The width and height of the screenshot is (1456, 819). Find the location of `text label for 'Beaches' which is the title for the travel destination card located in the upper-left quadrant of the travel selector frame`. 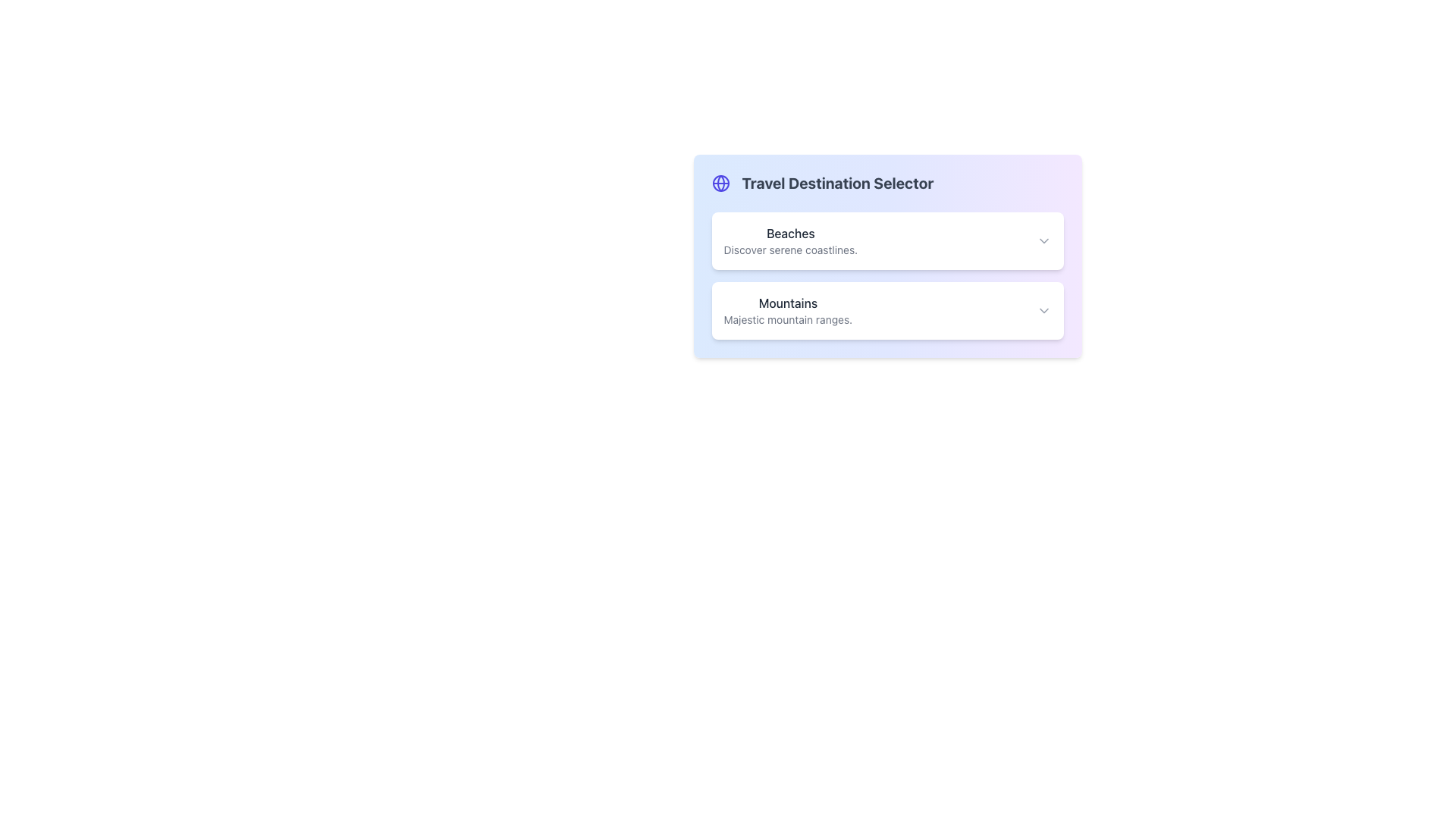

text label for 'Beaches' which is the title for the travel destination card located in the upper-left quadrant of the travel selector frame is located at coordinates (789, 234).